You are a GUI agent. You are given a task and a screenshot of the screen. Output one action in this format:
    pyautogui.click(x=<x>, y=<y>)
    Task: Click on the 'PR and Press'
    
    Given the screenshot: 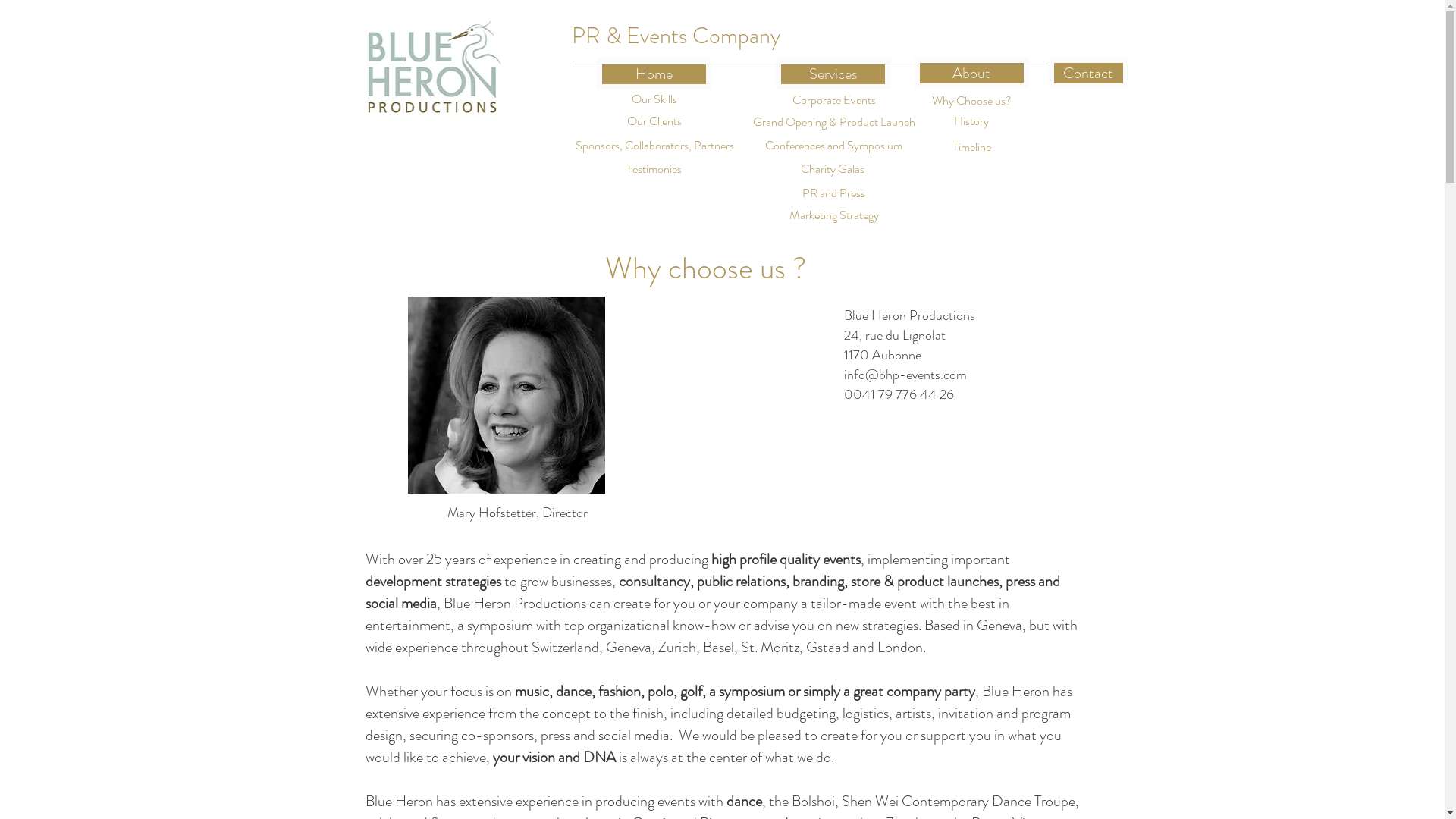 What is the action you would take?
    pyautogui.click(x=833, y=193)
    